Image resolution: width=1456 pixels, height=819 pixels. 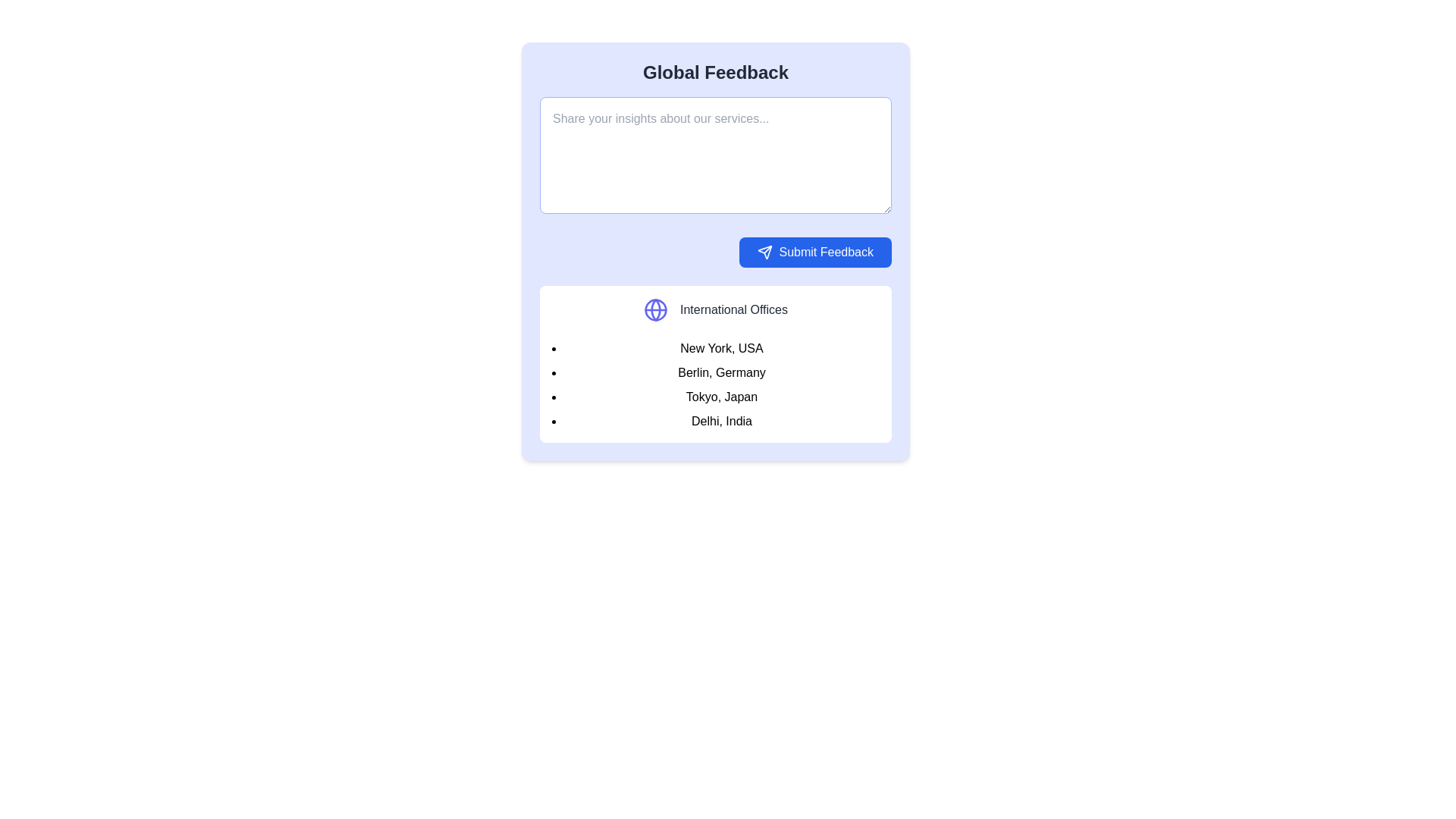 I want to click on the 'Submit Feedback' button located below the feedback text area in the 'Global Feedback' section, so click(x=814, y=251).